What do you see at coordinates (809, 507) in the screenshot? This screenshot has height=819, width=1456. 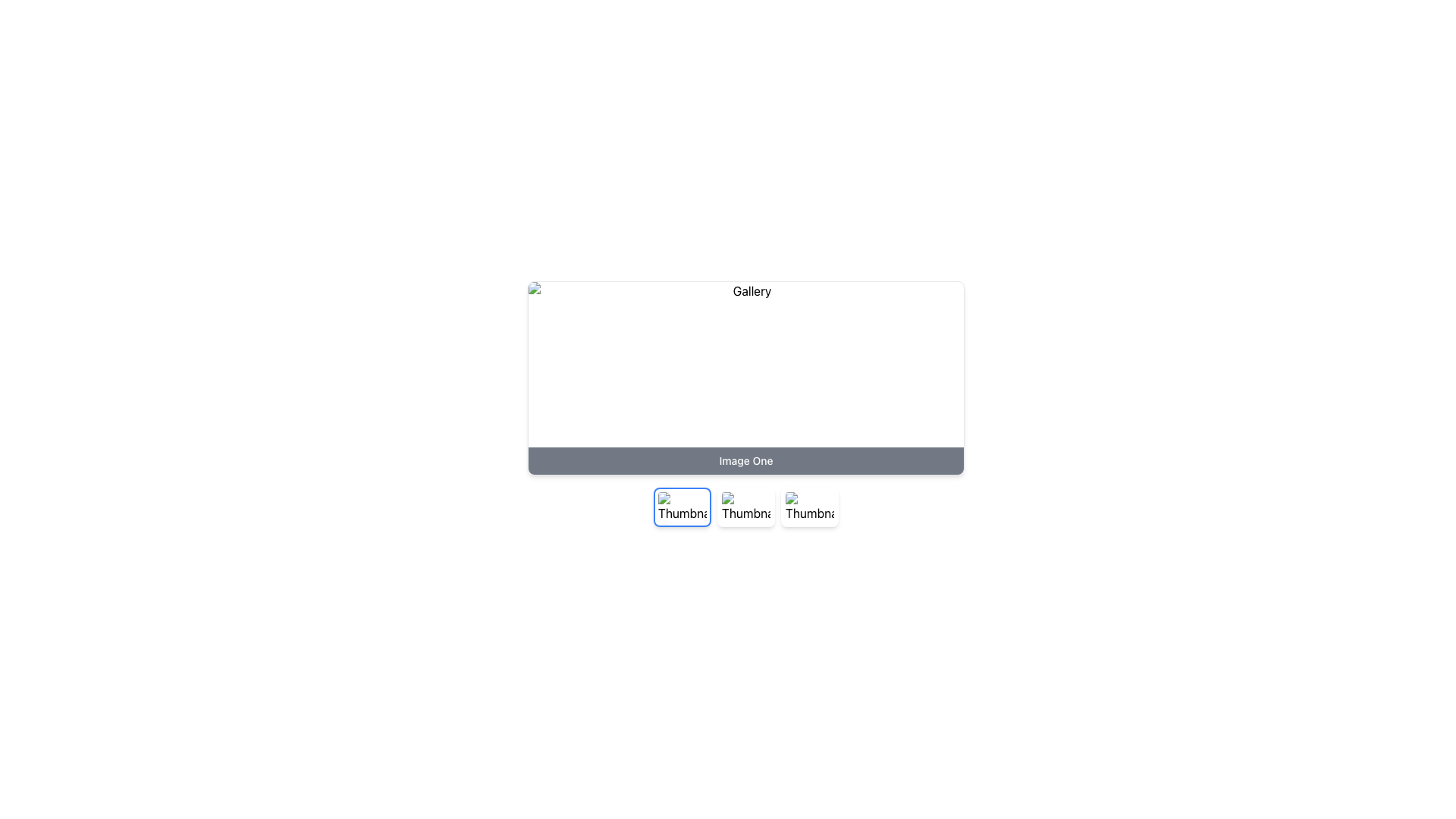 I see `the rightmost image thumbnail in the gallery to trigger visual effects` at bounding box center [809, 507].